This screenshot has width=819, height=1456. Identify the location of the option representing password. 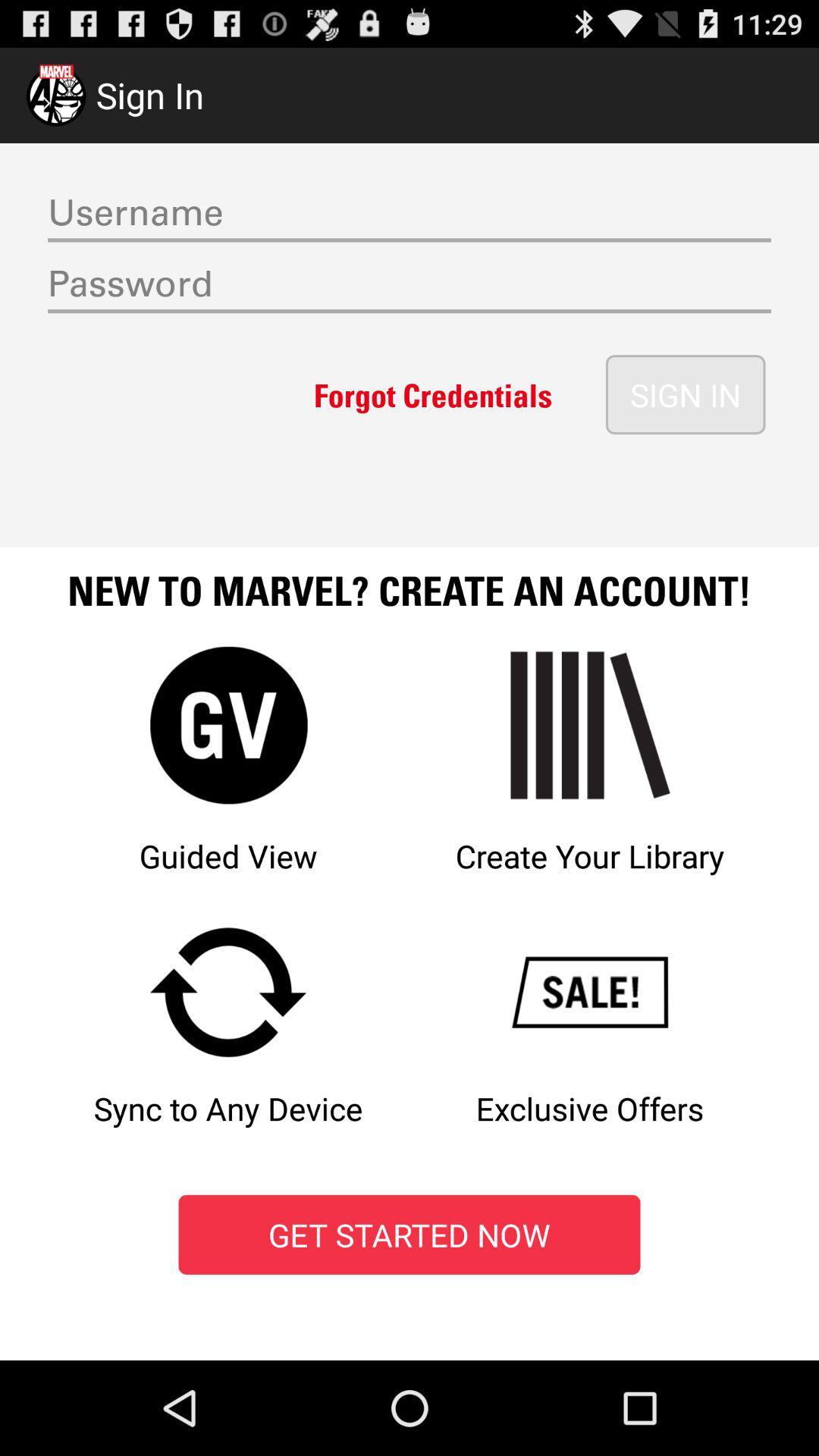
(409, 287).